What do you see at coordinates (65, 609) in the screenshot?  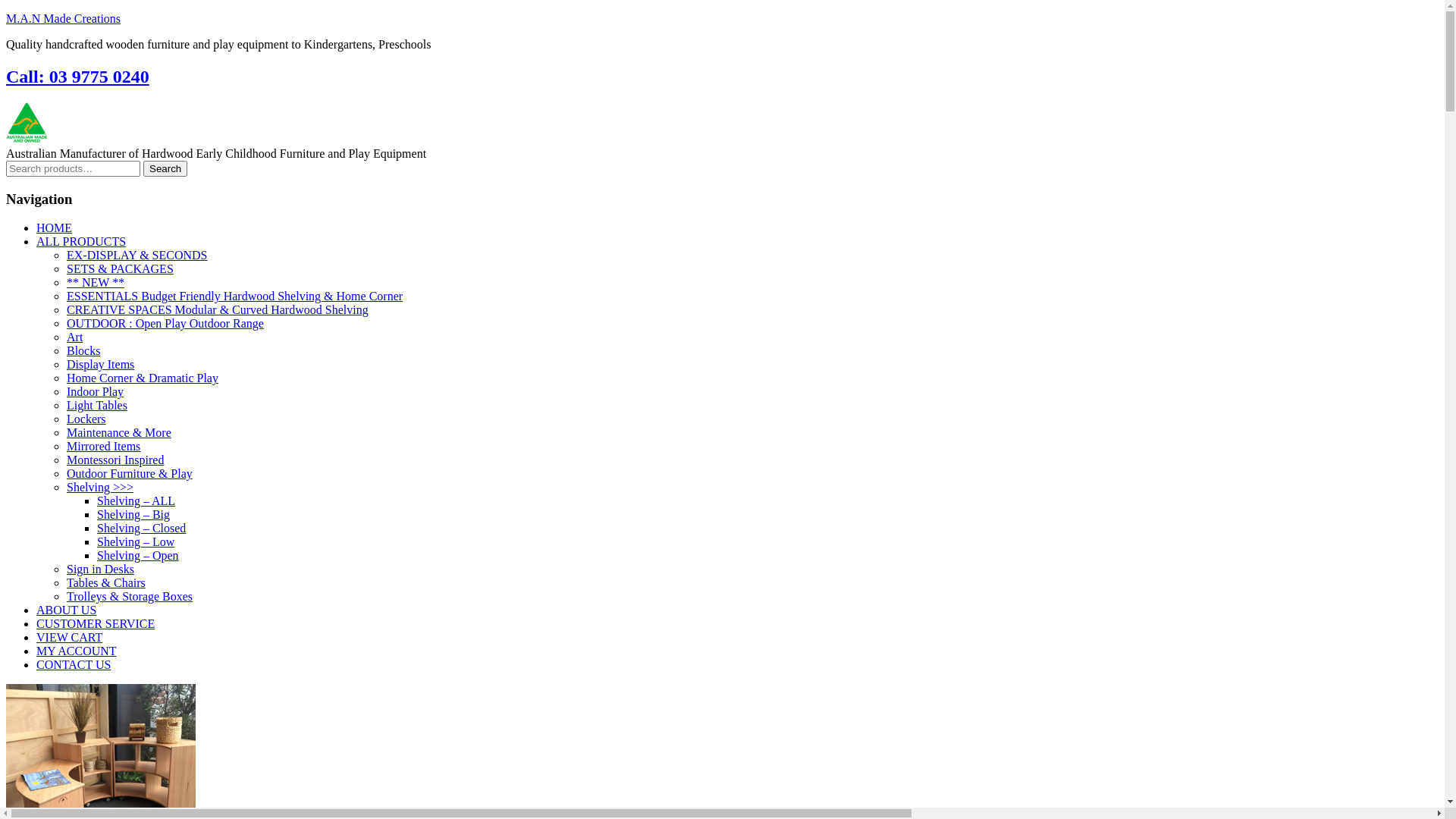 I see `'ABOUT US'` at bounding box center [65, 609].